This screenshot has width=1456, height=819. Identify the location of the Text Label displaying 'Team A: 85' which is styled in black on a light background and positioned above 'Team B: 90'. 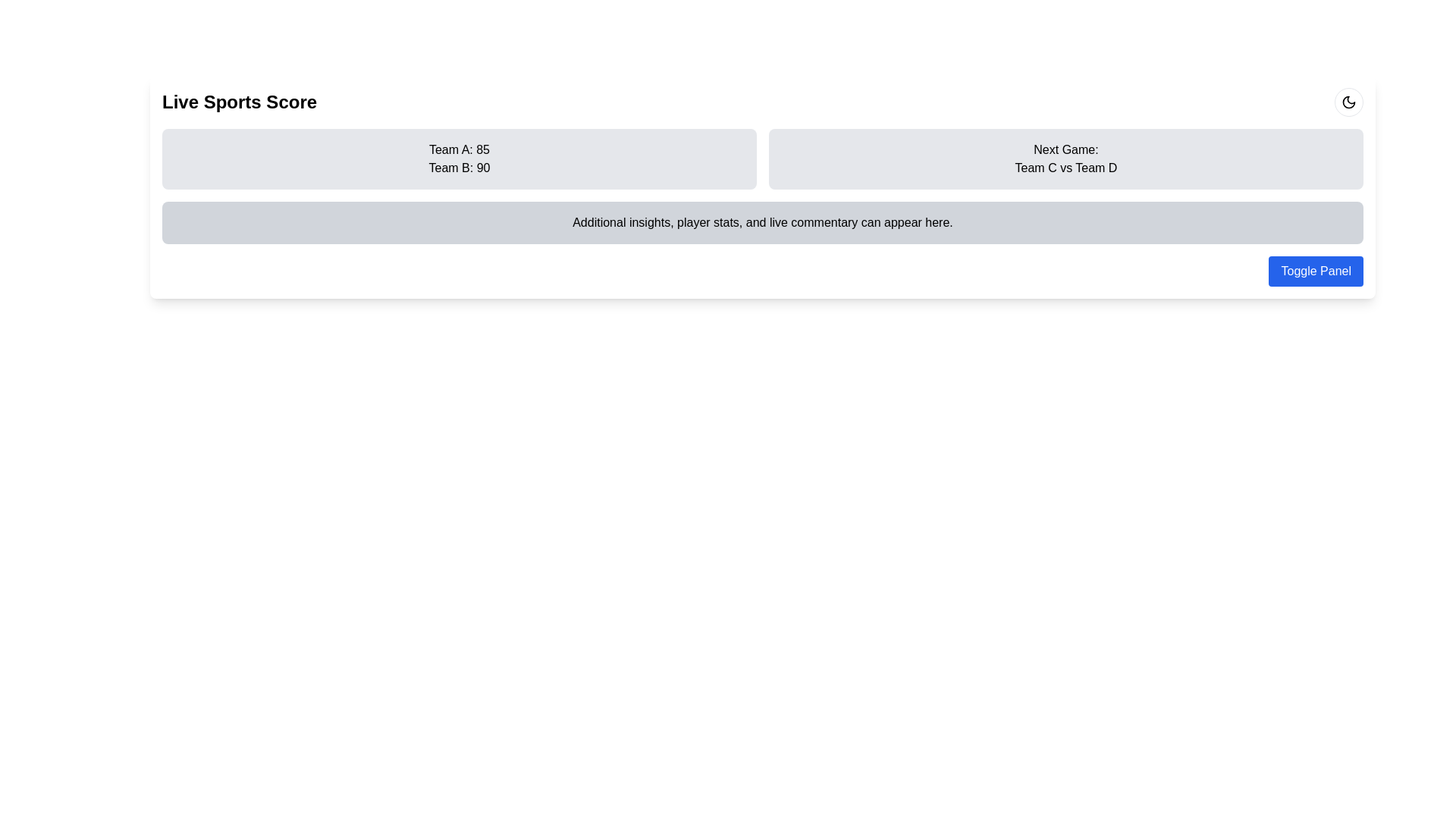
(458, 149).